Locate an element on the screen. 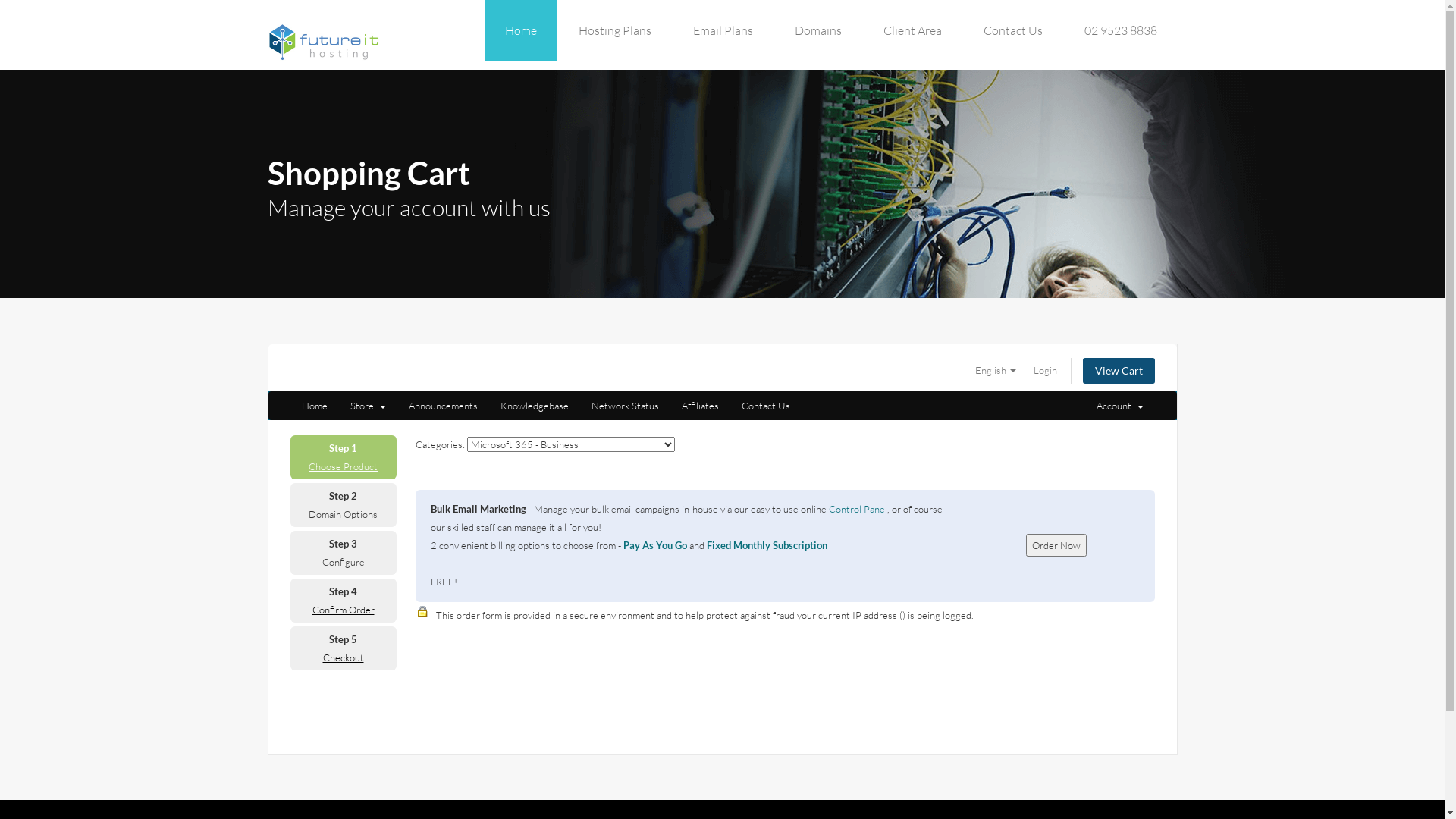 Image resolution: width=1456 pixels, height=819 pixels. 'Client Area' is located at coordinates (912, 30).